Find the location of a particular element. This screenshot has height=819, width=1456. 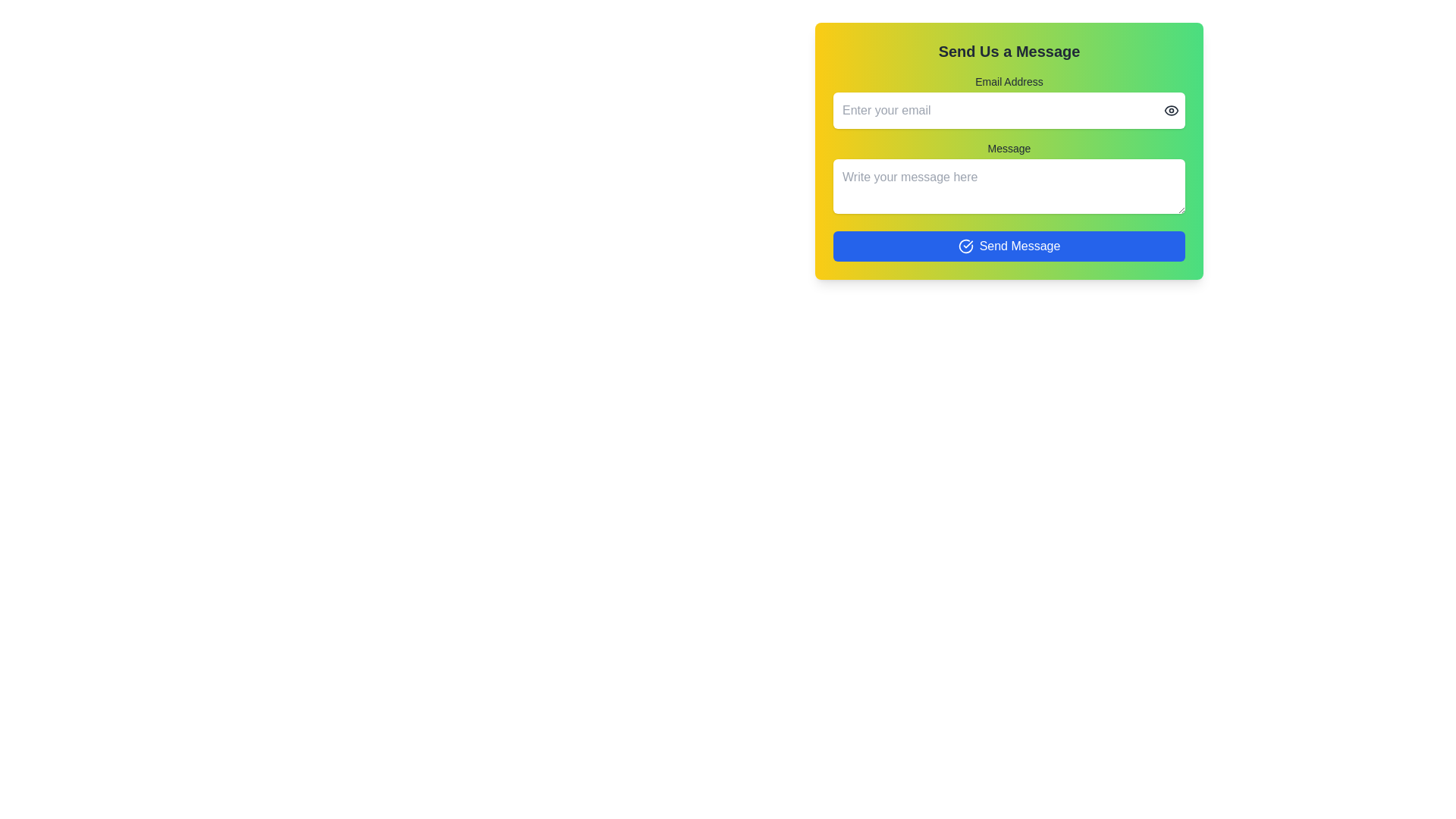

the icon indicating the action to send a message, located to the left of the 'Send Message' text on the blue button at the bottom of the form is located at coordinates (965, 245).